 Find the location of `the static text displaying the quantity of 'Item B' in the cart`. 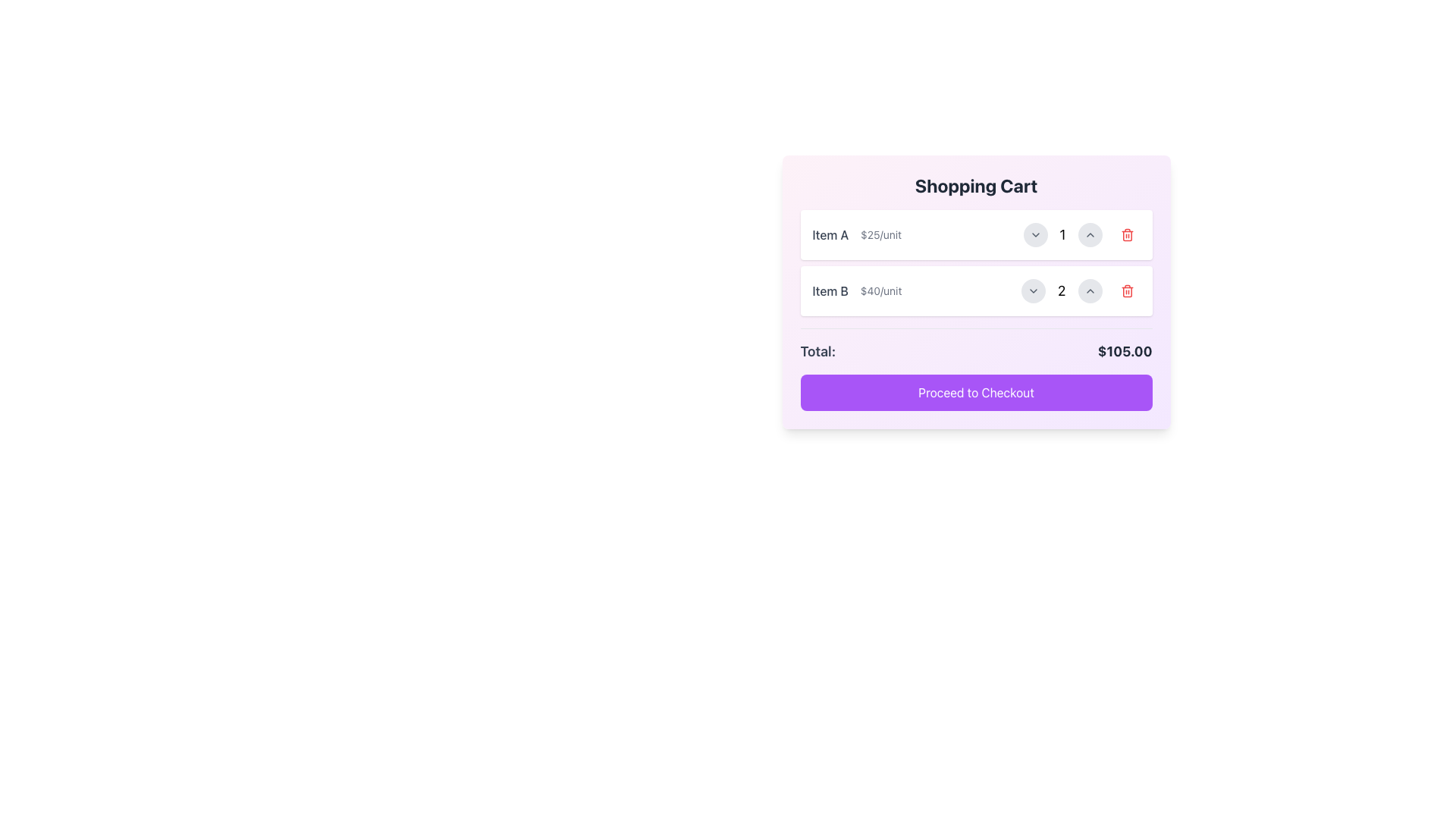

the static text displaying the quantity of 'Item B' in the cart is located at coordinates (1061, 291).